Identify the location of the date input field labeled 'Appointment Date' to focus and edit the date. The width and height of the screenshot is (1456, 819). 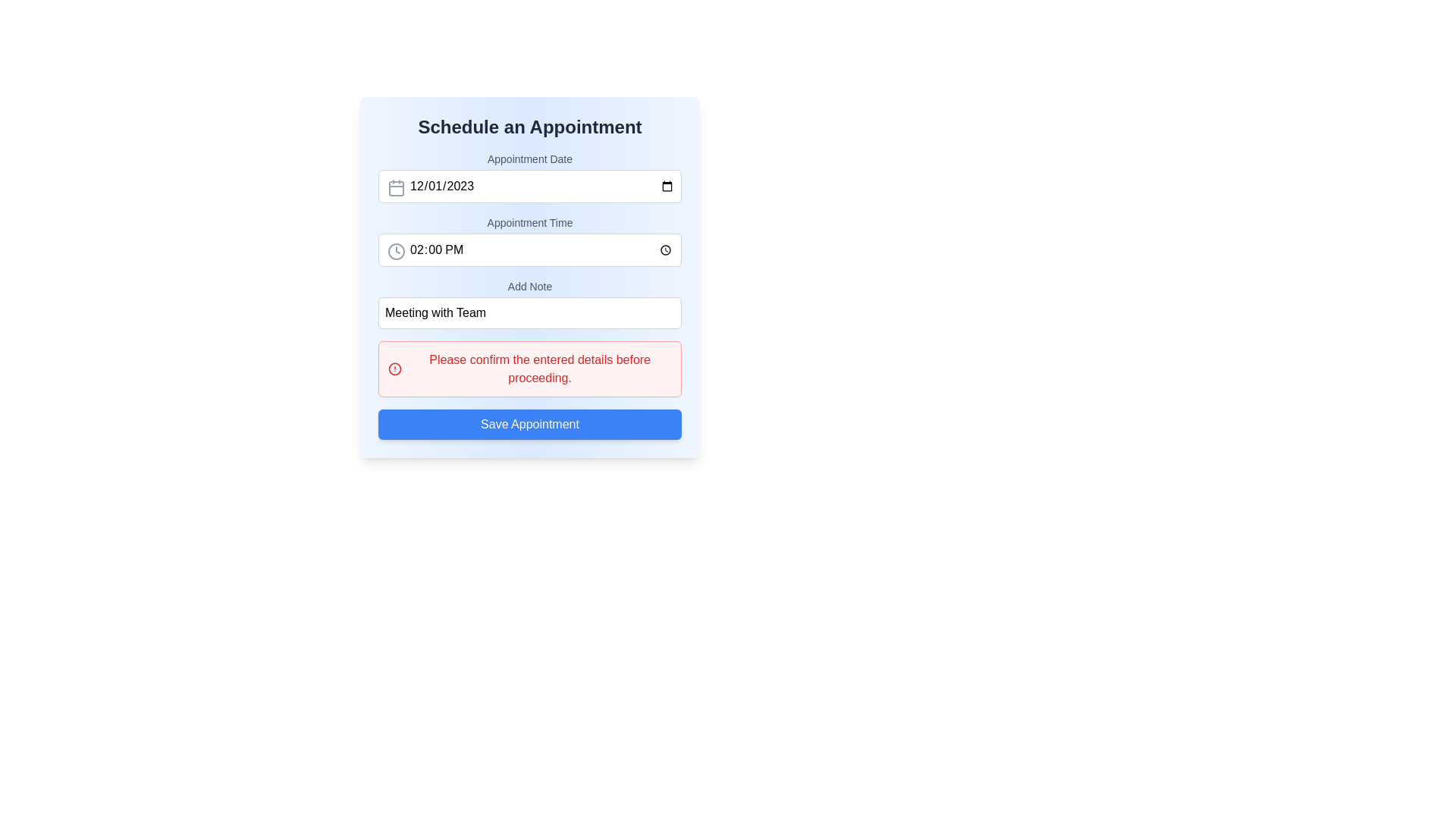
(530, 177).